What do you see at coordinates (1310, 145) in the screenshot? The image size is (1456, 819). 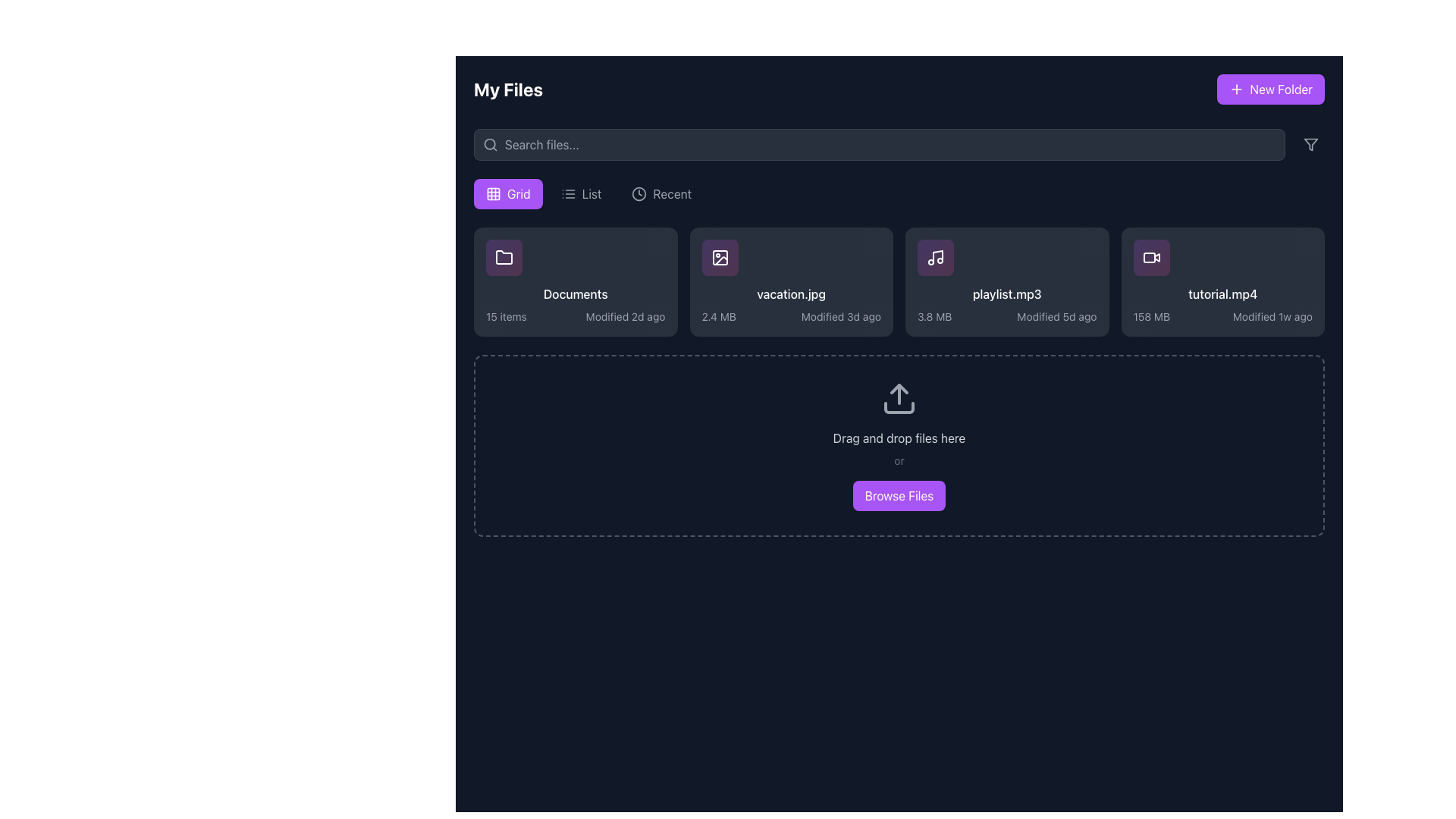 I see `the filter icon located at the top-right corner of the interface` at bounding box center [1310, 145].